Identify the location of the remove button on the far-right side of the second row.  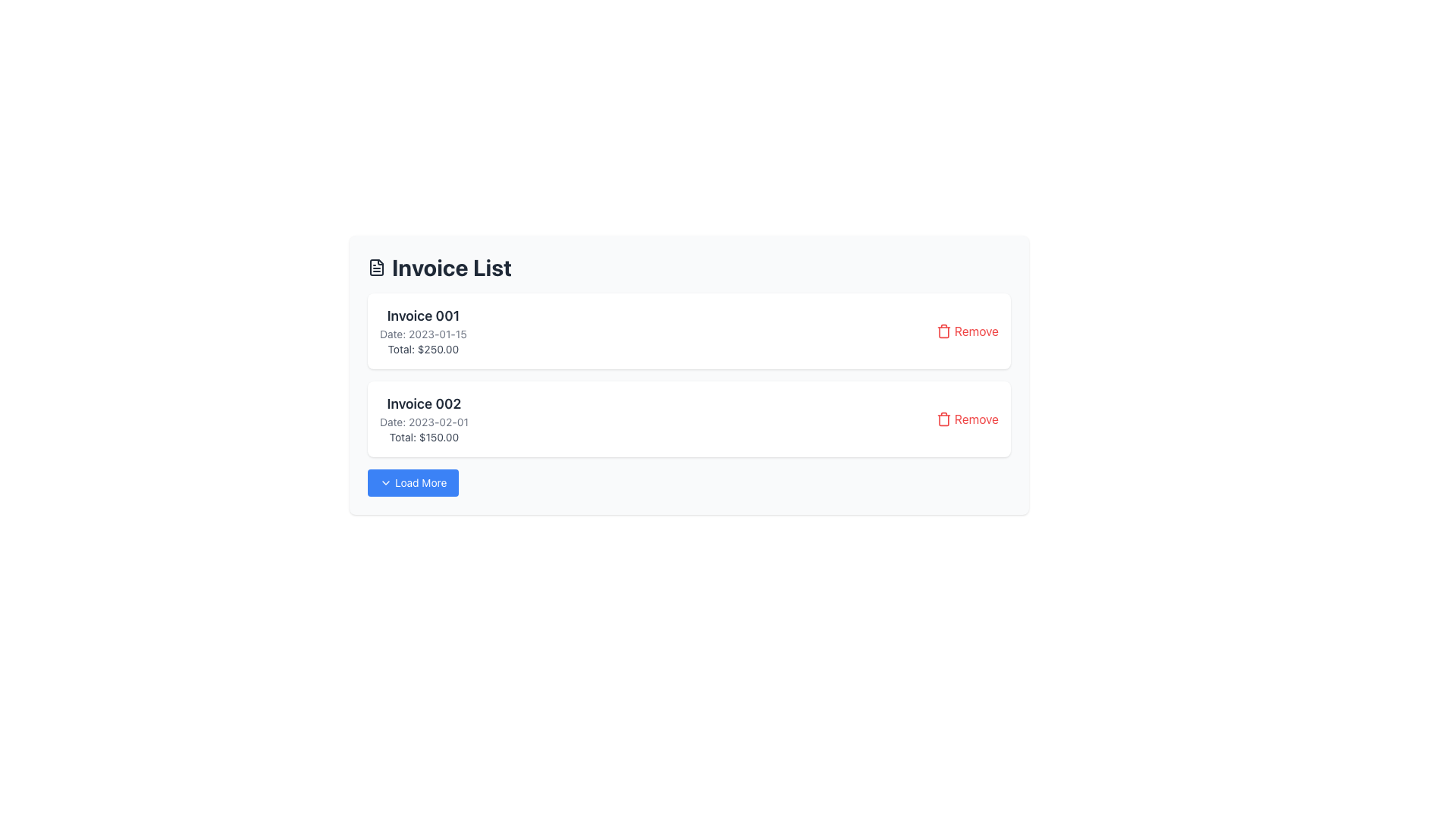
(967, 419).